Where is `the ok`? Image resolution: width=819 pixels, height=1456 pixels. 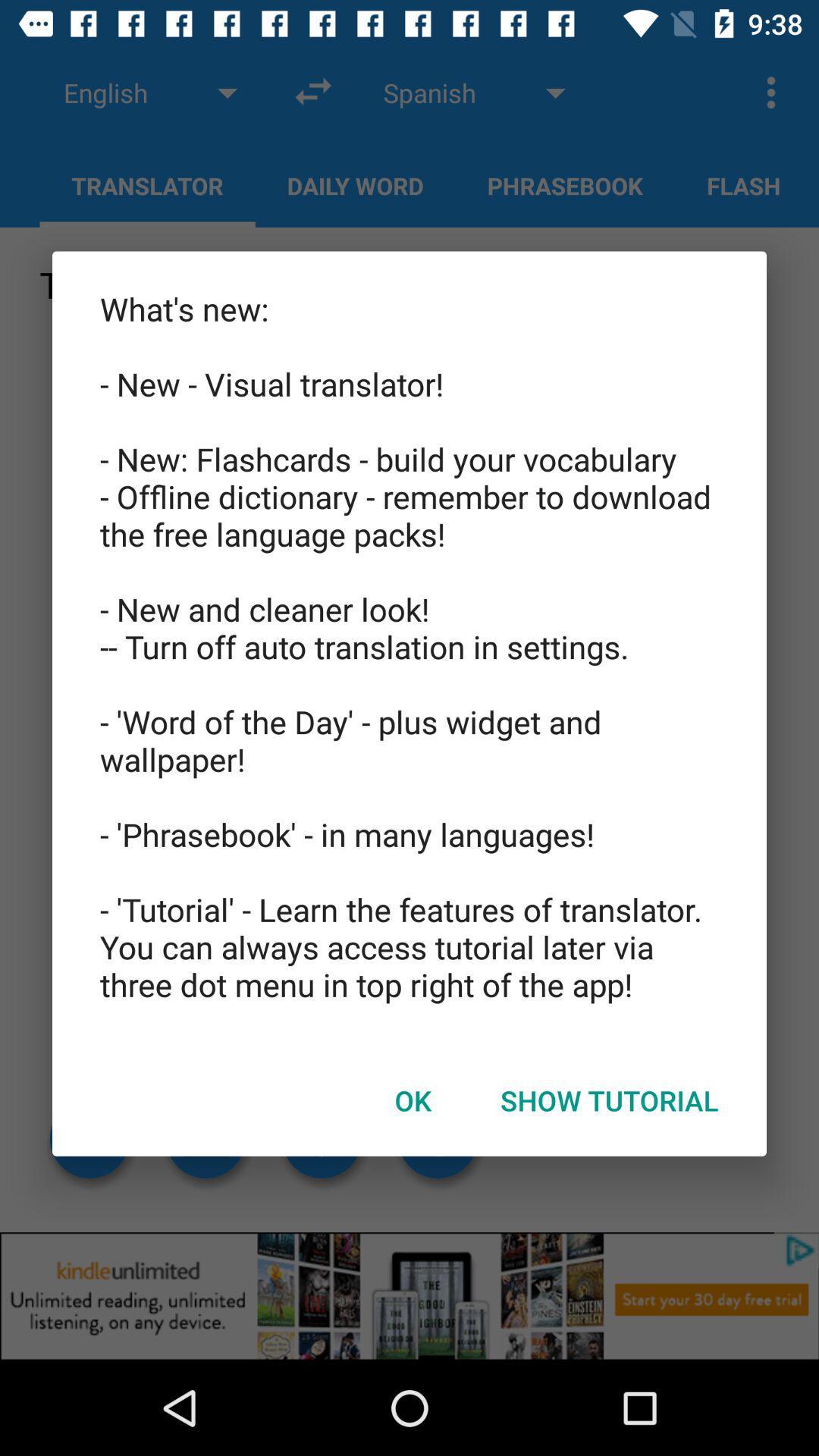
the ok is located at coordinates (413, 1100).